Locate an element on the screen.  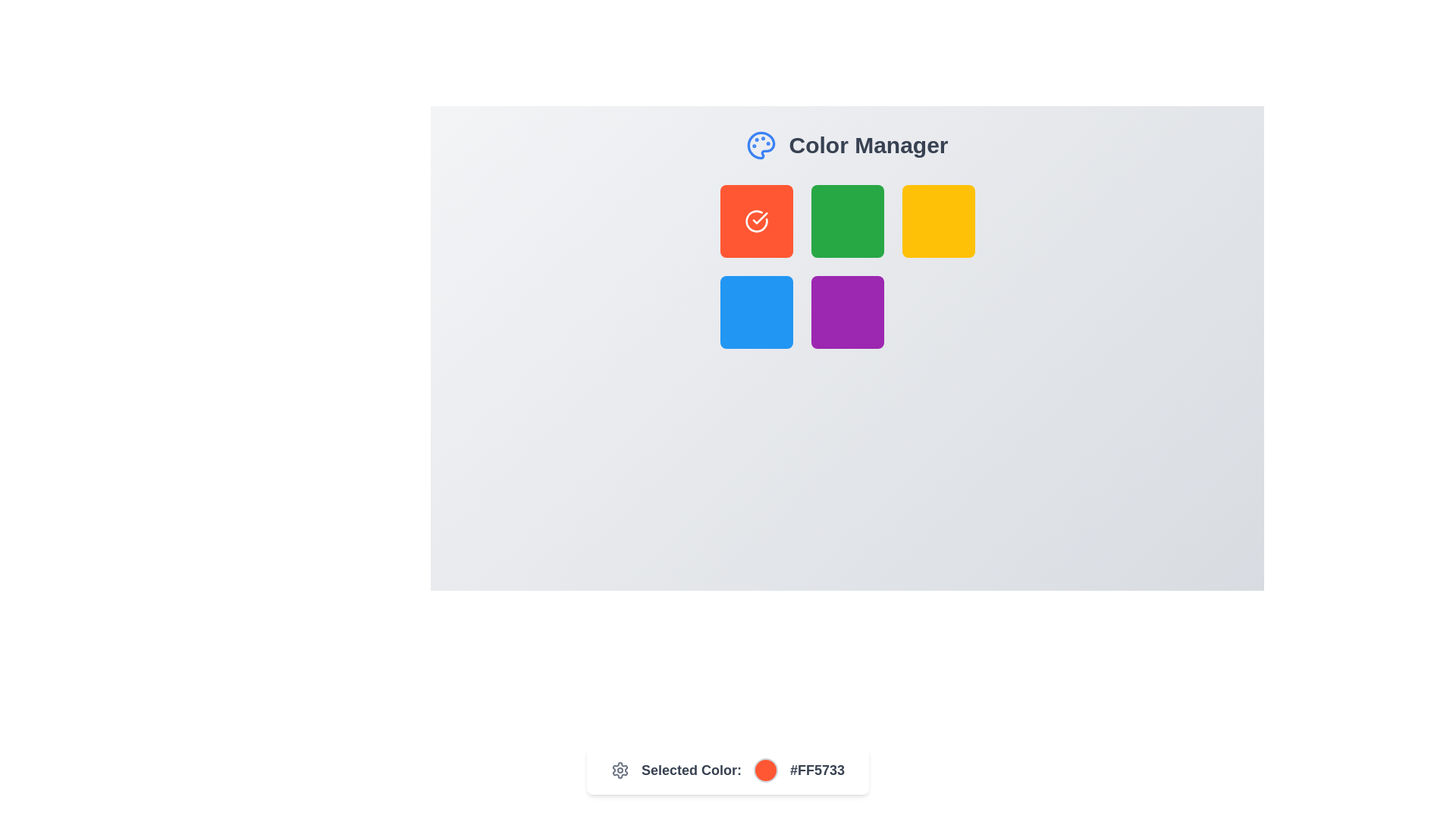
the Settings Cogwheel icon at the bottom left of the interface is located at coordinates (620, 770).